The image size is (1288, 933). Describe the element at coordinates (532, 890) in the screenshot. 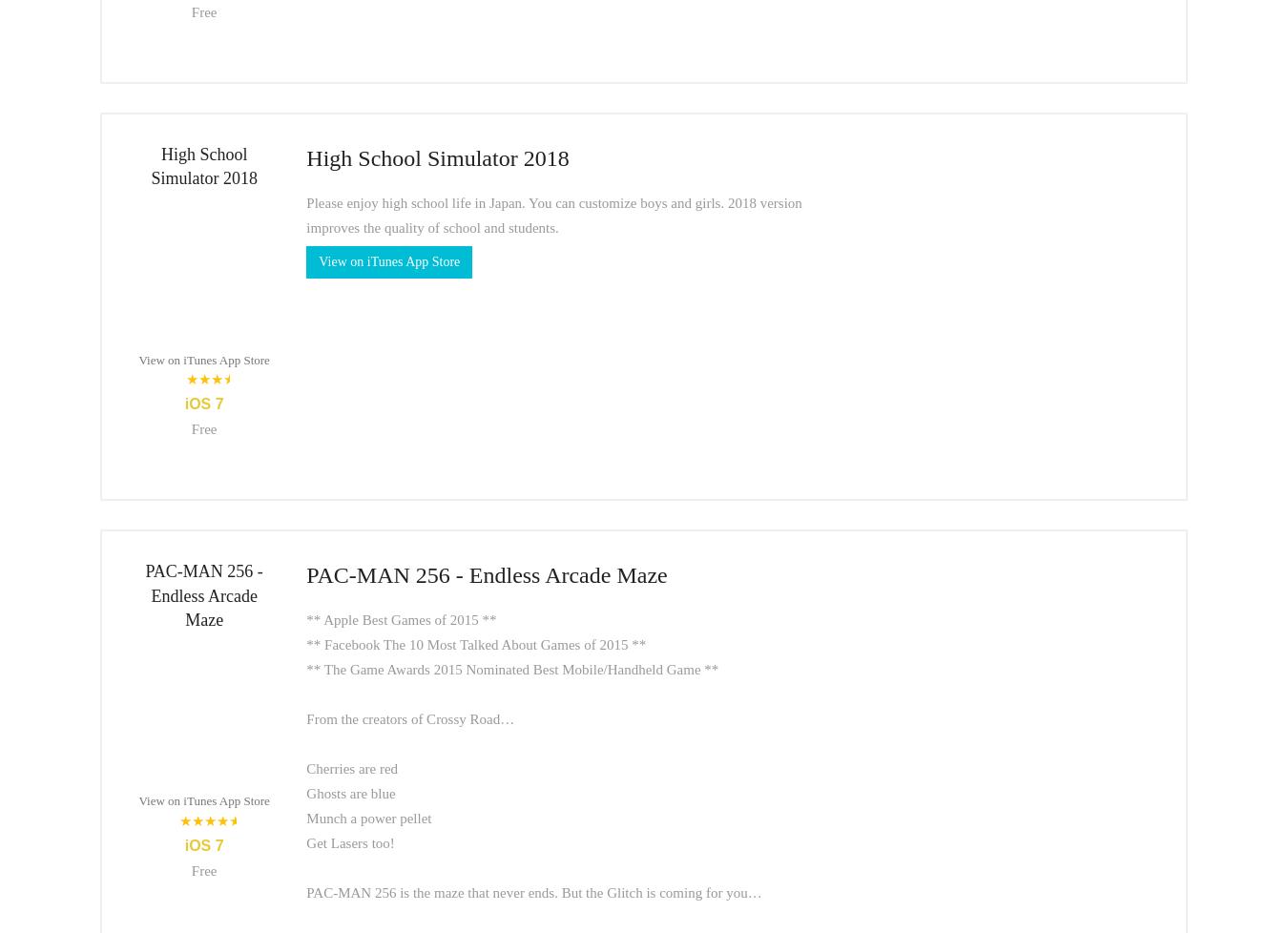

I see `'PAC-MAN 256 is the maze that never ends. But the Glitch is coming for you…'` at that location.